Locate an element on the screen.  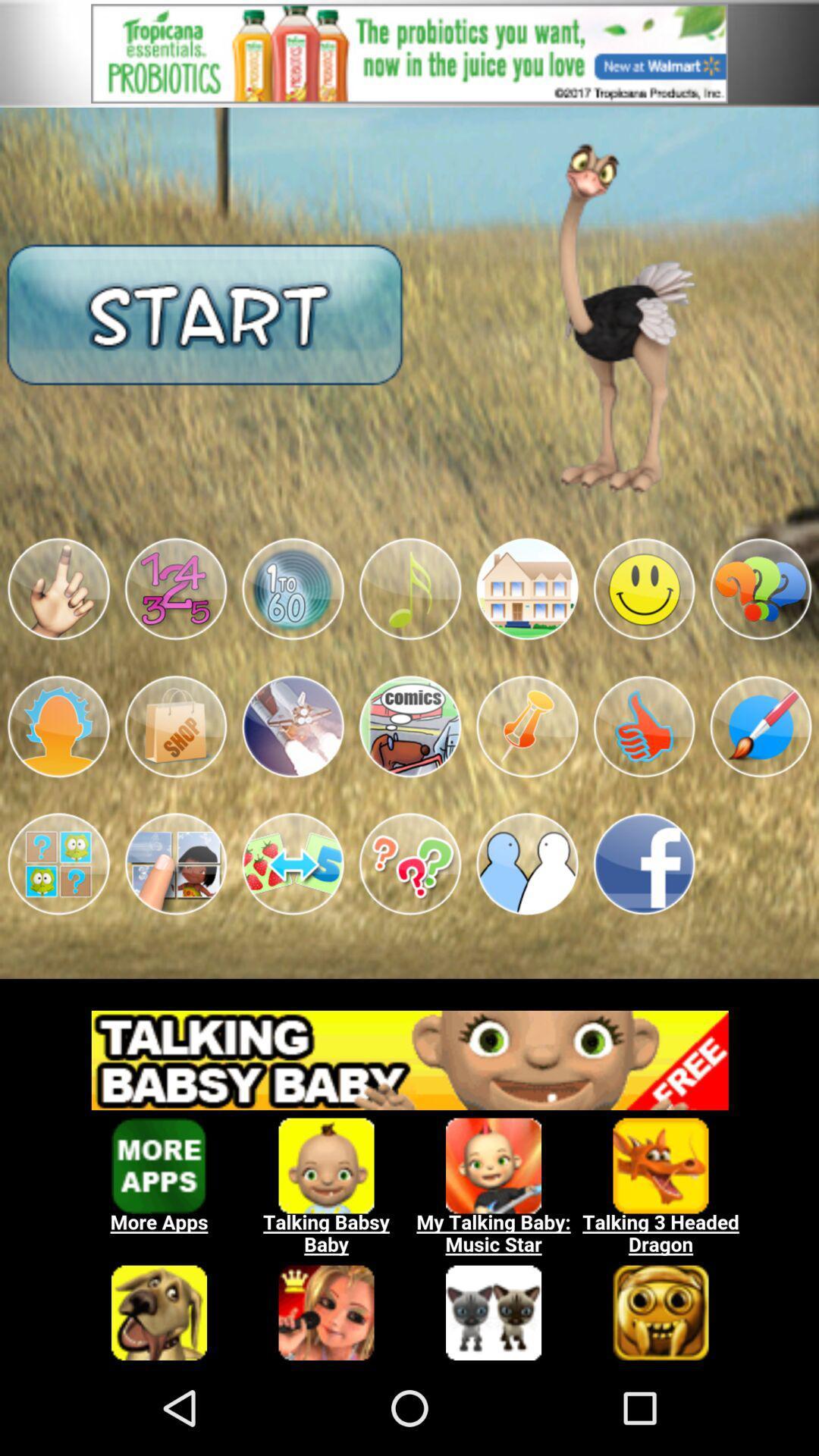
the help icon is located at coordinates (761, 630).